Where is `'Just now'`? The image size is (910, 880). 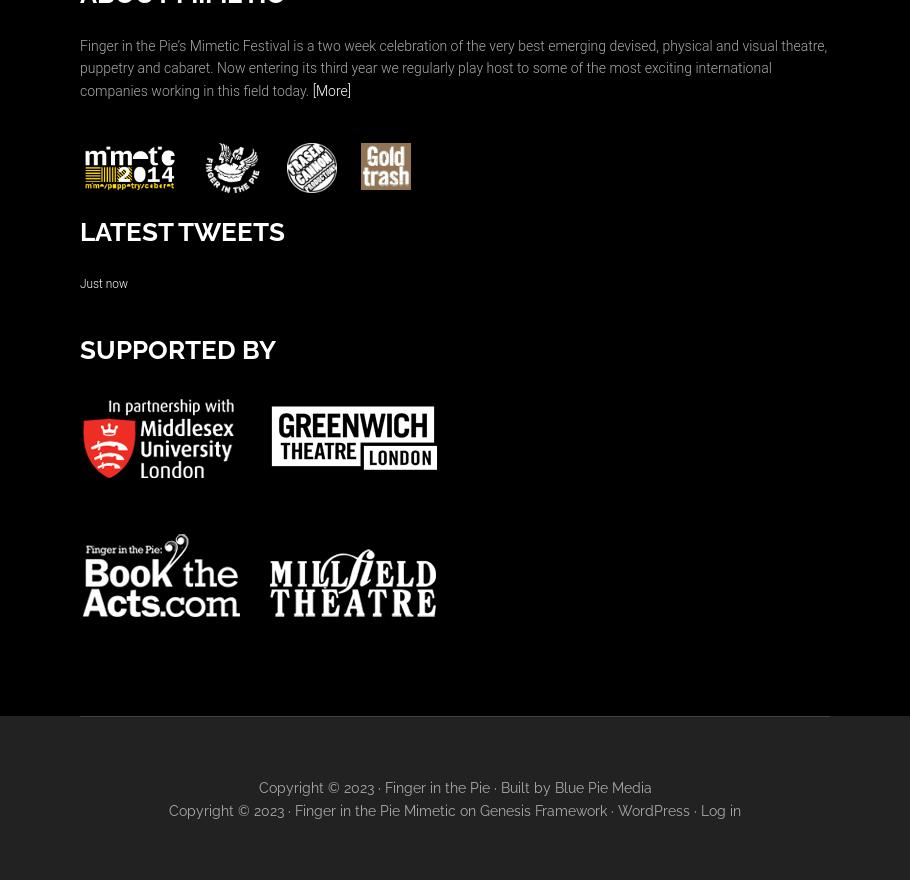 'Just now' is located at coordinates (104, 283).